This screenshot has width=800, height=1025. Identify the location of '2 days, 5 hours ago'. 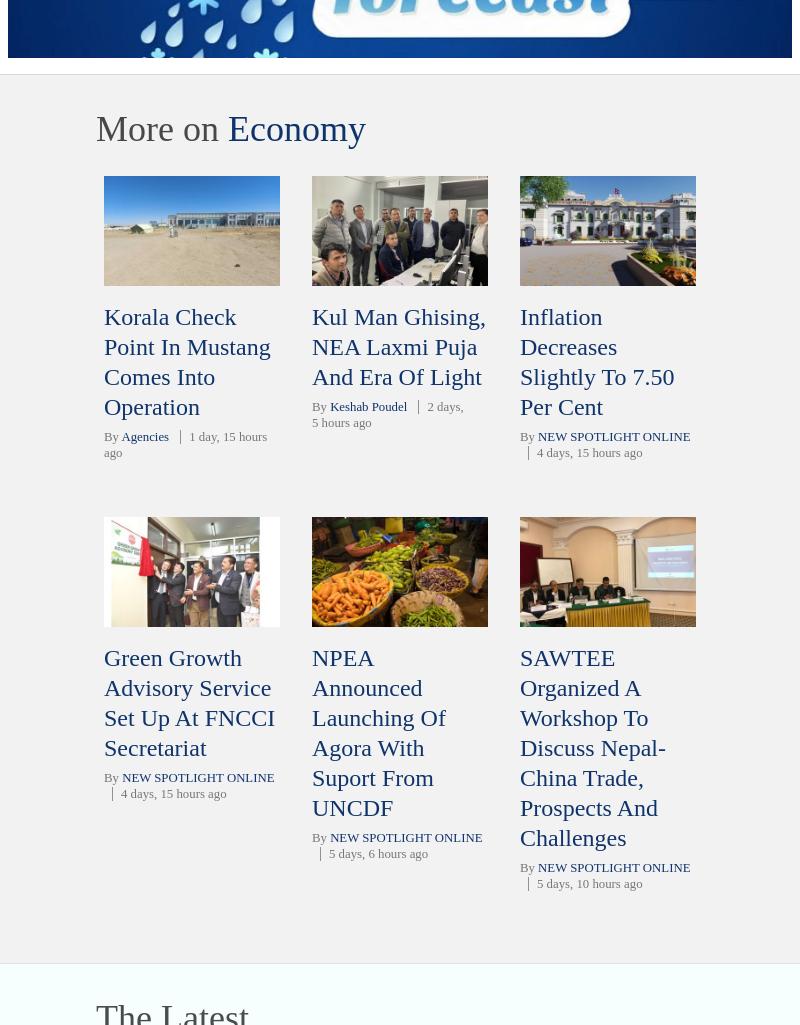
(386, 415).